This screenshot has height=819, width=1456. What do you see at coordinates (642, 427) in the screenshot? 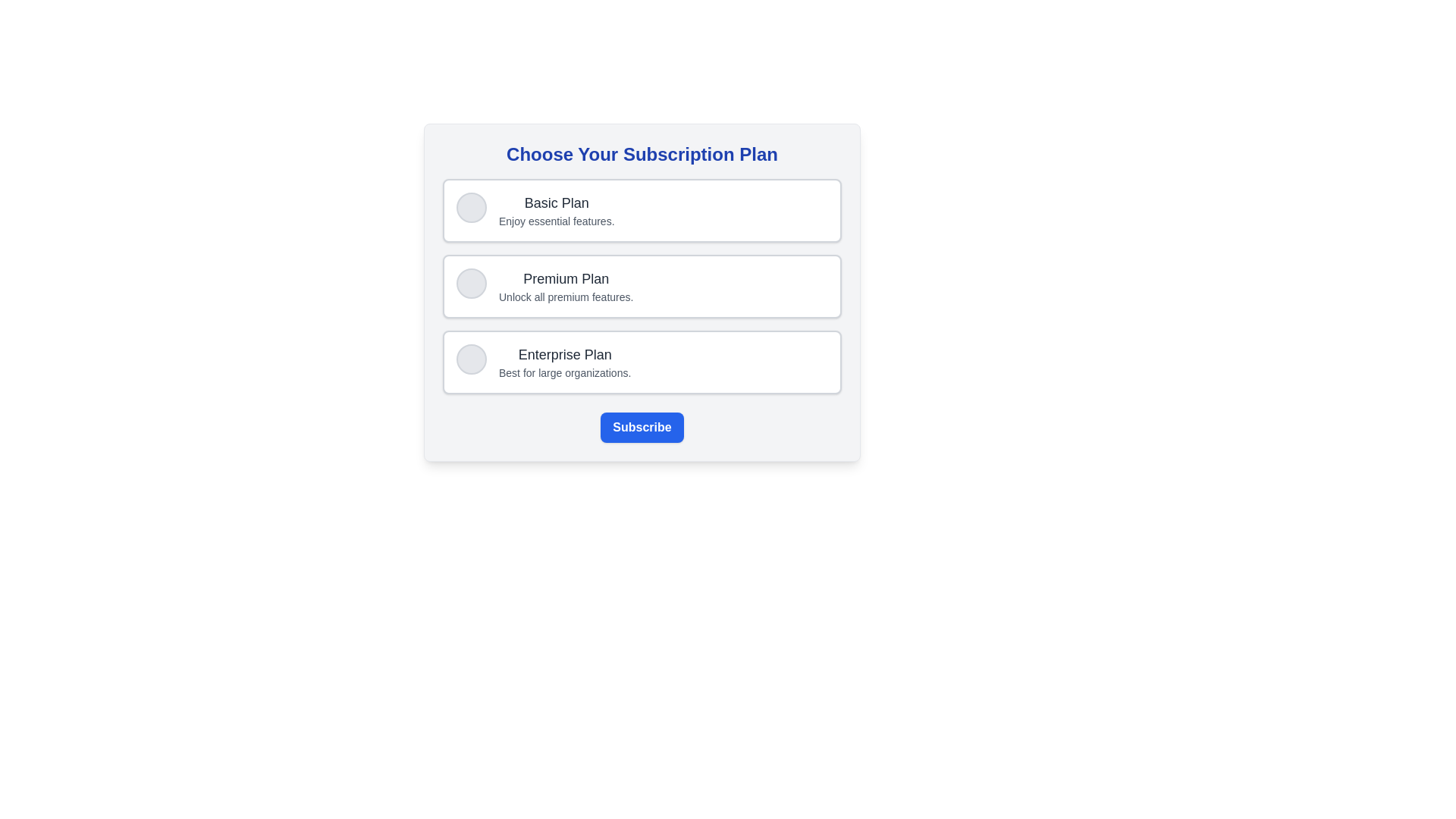
I see `the 'Subscribe' button, which has a blue background and white bold text, located at the bottom of the subscription selection card` at bounding box center [642, 427].